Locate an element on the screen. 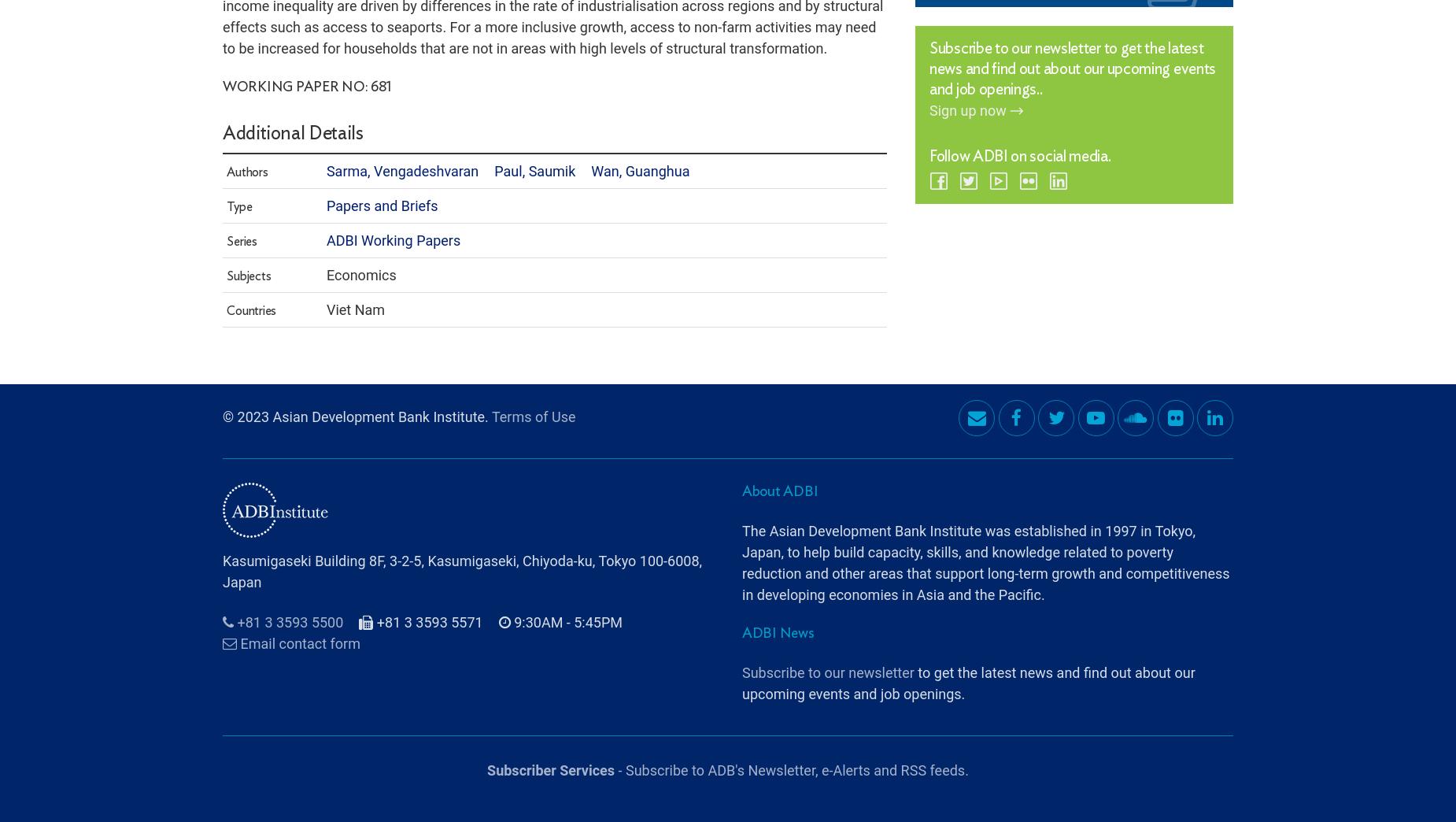 This screenshot has height=822, width=1456. 'Kasumigaseki Building 8F, 3-2-5, Kasumigaseki, Chiyoda-ku, Tokyo 100-6008, Japan' is located at coordinates (462, 527).